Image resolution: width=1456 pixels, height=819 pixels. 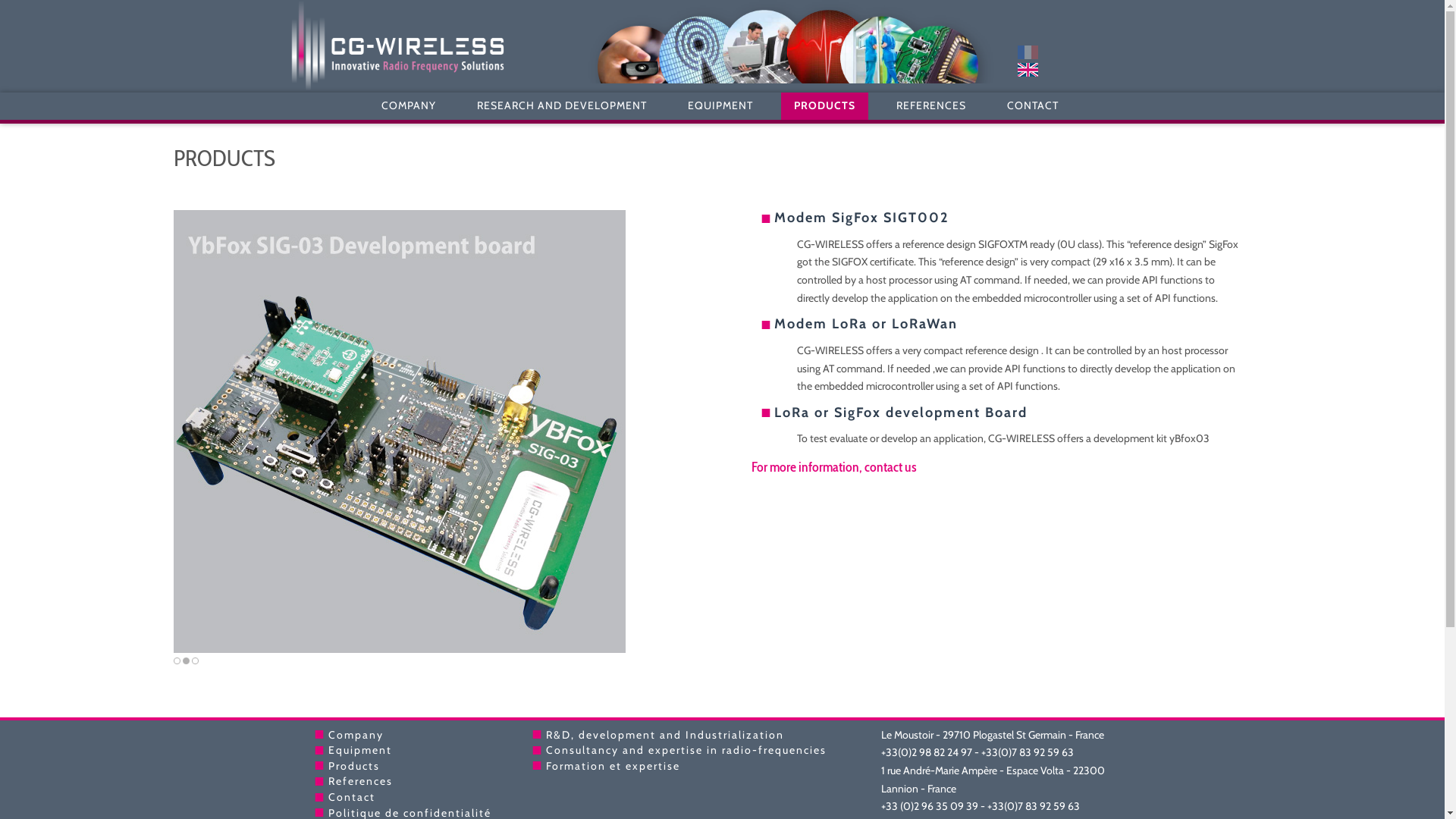 I want to click on 'RESEARCH AND DEVELOPMENT', so click(x=560, y=105).